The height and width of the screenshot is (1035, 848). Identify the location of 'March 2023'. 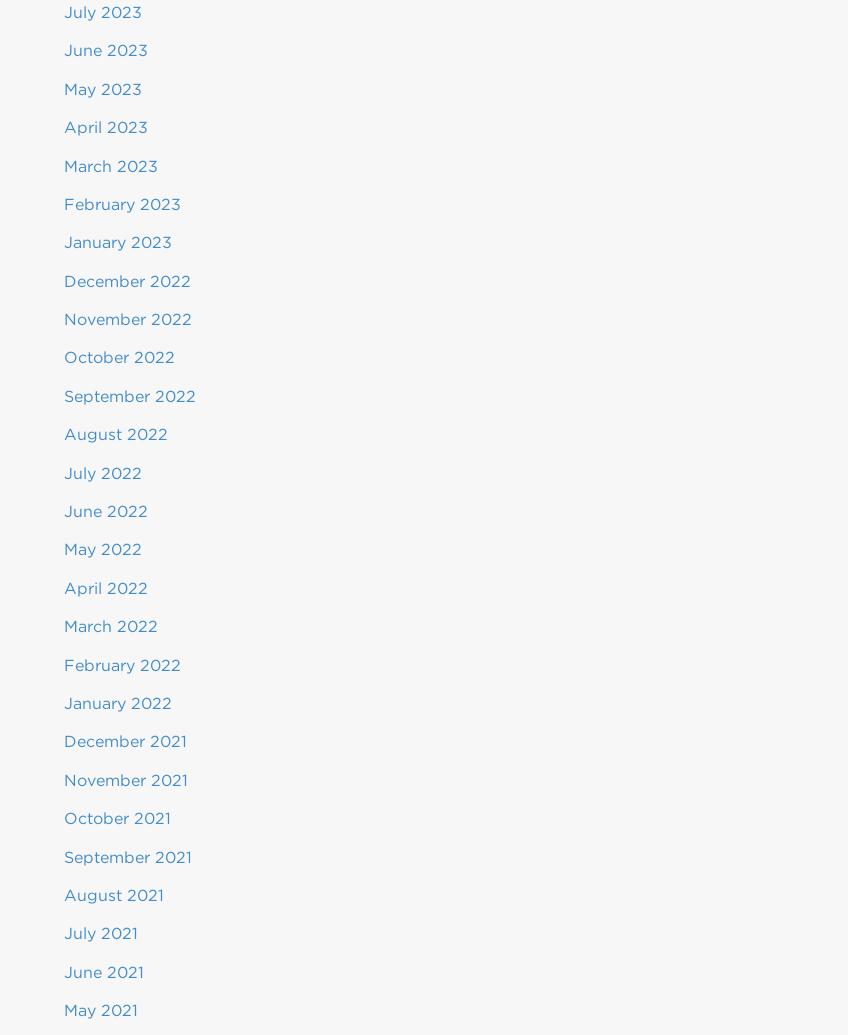
(110, 165).